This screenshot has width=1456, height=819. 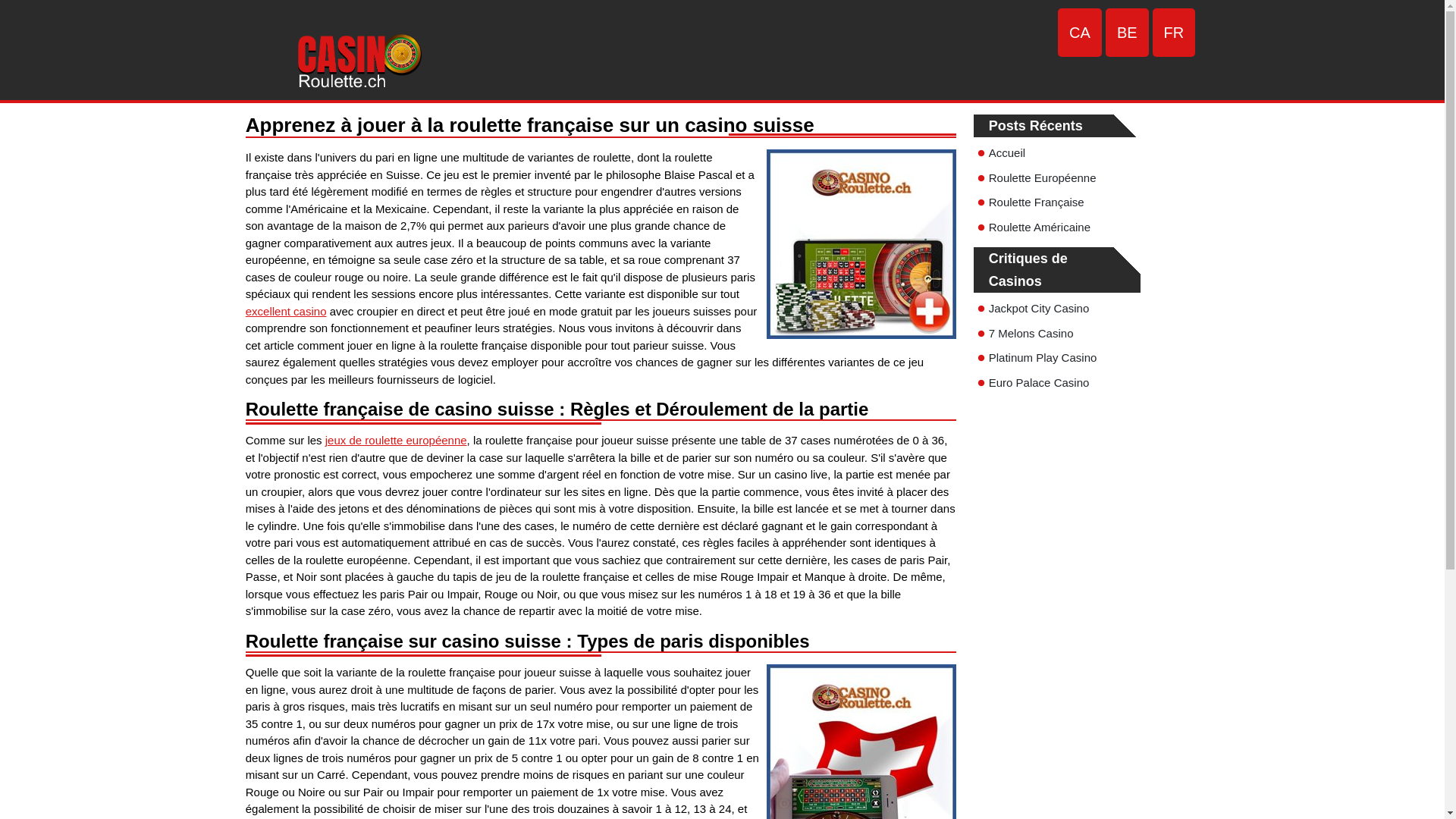 I want to click on 'Platinum Play Casino', so click(x=1042, y=357).